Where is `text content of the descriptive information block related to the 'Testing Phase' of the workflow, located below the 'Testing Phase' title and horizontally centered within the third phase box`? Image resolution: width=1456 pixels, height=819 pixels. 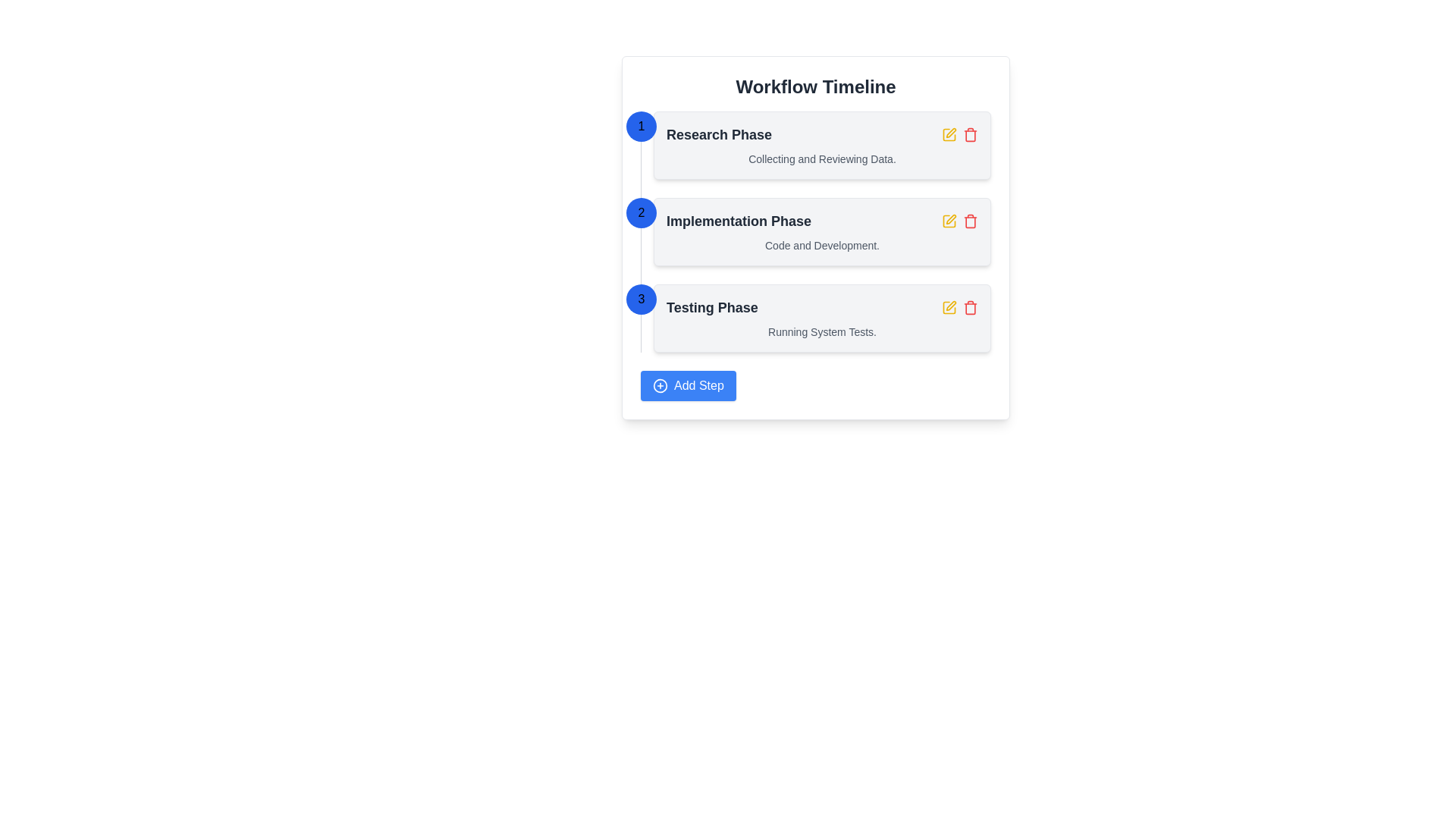 text content of the descriptive information block related to the 'Testing Phase' of the workflow, located below the 'Testing Phase' title and horizontally centered within the third phase box is located at coordinates (821, 331).